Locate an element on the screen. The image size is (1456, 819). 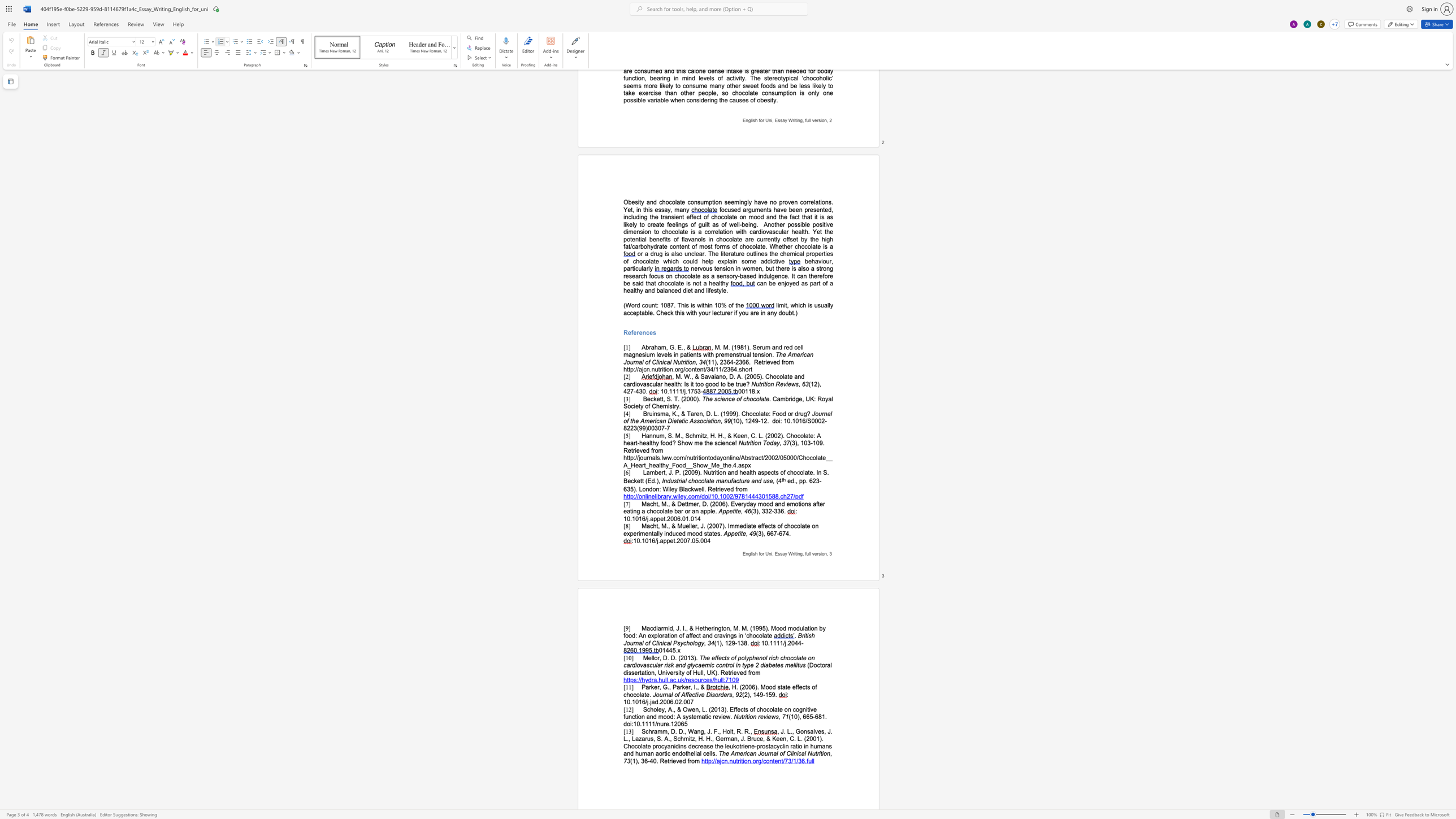
the space between the continuous character "c" and "o" in the text is located at coordinates (691, 496).